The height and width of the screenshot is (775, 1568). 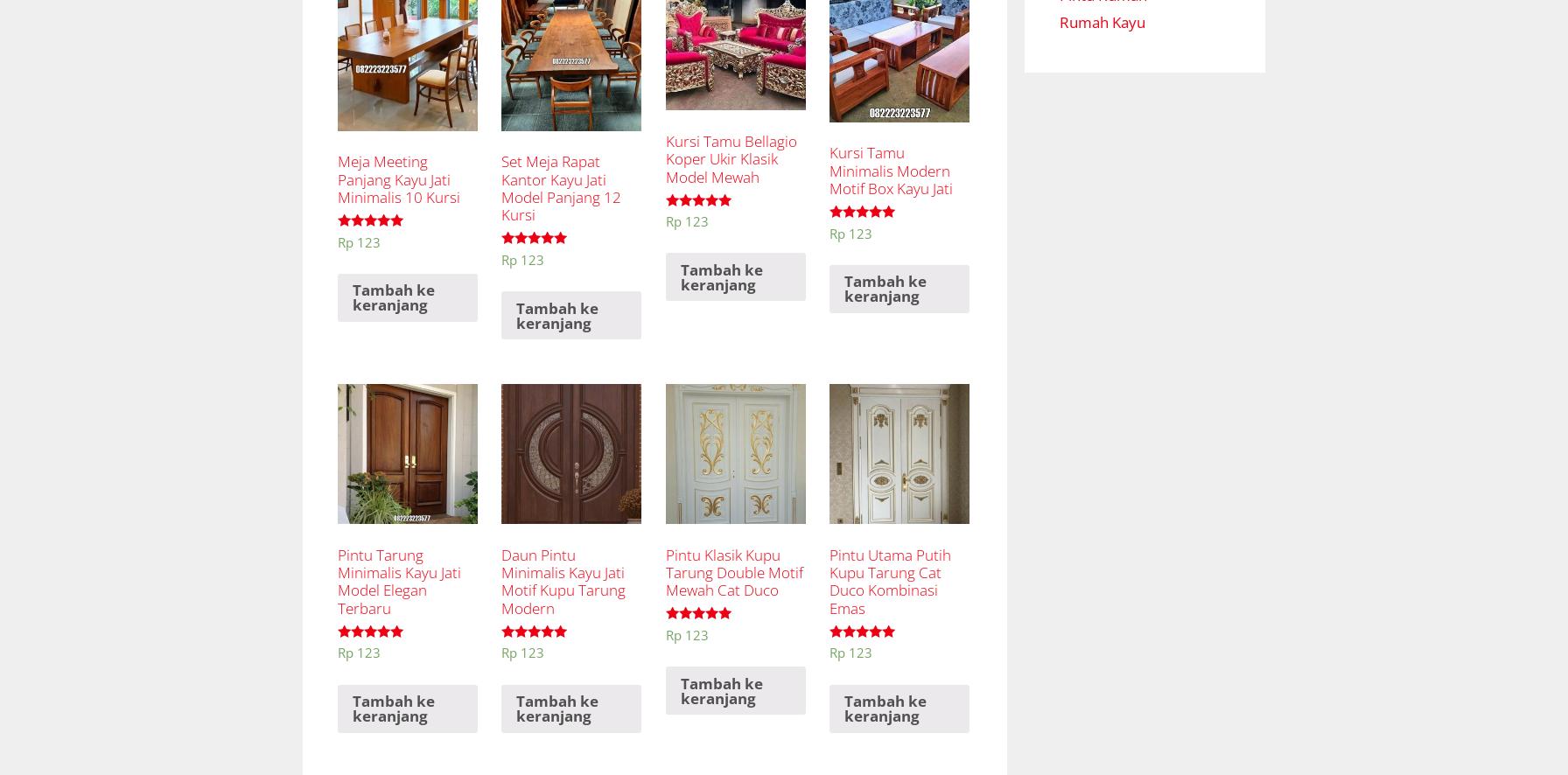 I want to click on 'Pintu Tarung Minimalis Kayu Jati Model Elegan Terbaru', so click(x=399, y=580).